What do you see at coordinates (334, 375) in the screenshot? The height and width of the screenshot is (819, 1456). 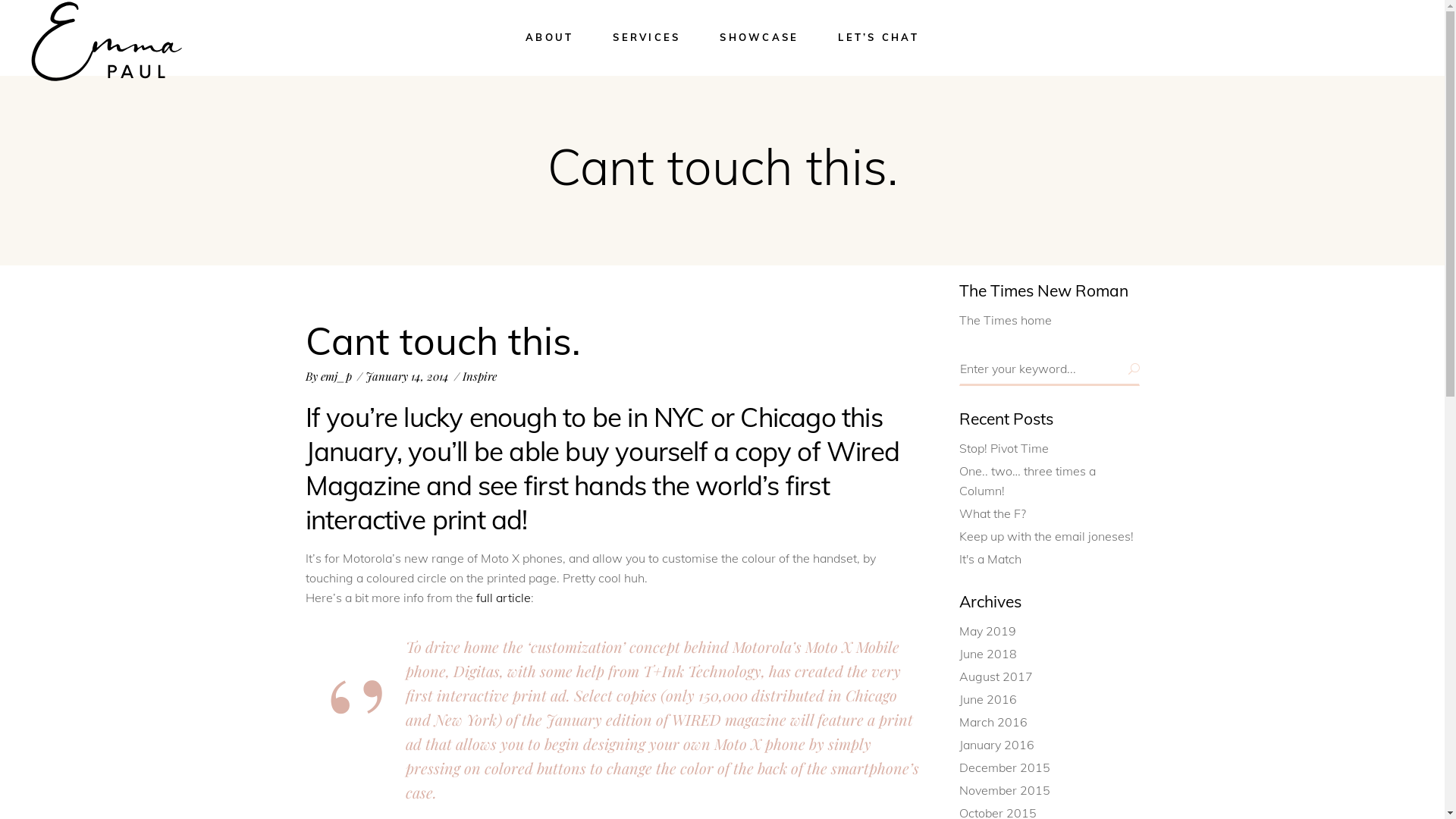 I see `'emj_p'` at bounding box center [334, 375].